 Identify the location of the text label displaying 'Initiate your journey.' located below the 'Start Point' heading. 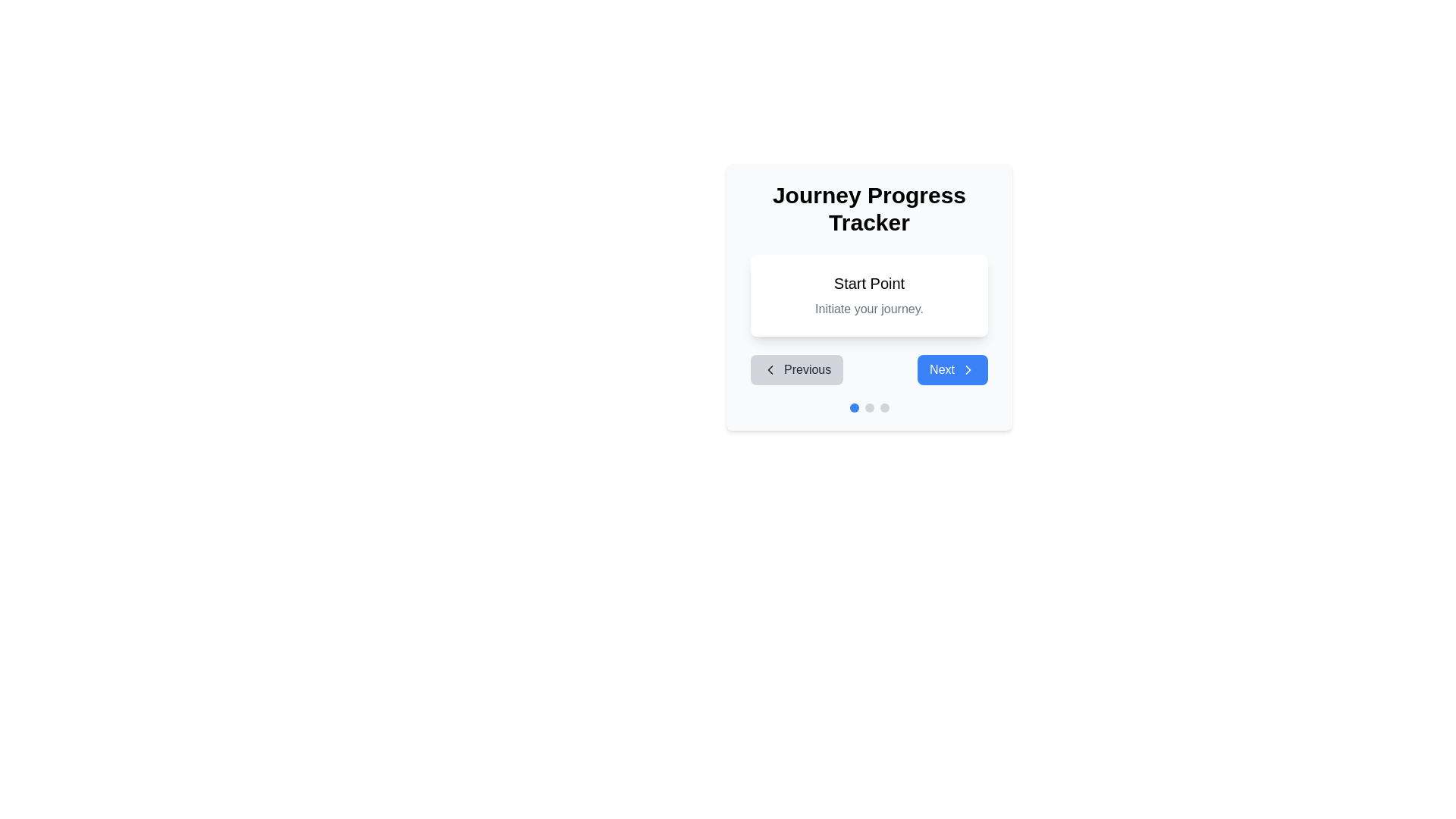
(869, 309).